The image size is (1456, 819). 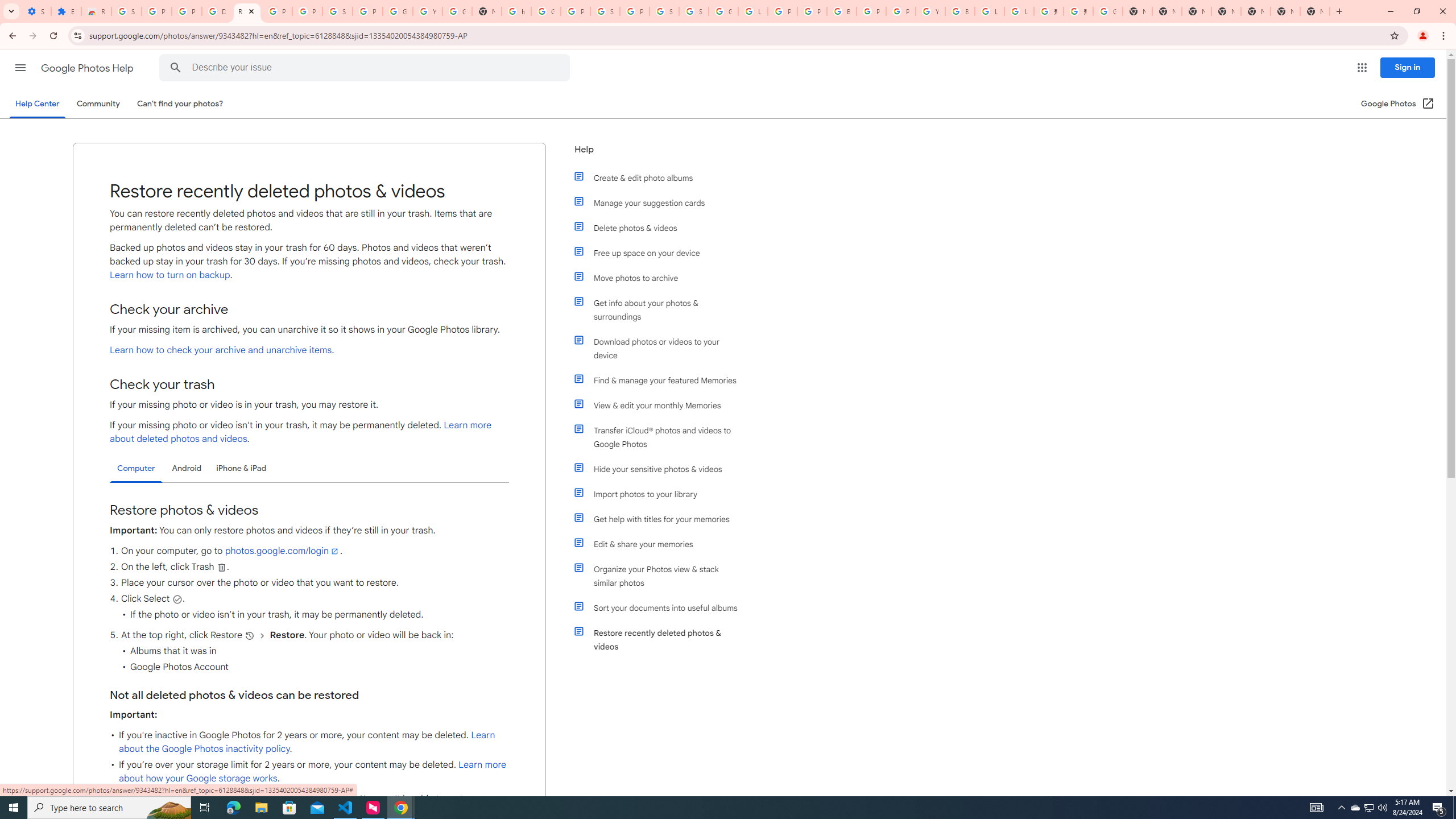 What do you see at coordinates (396, 11) in the screenshot?
I see `'Google Account'` at bounding box center [396, 11].